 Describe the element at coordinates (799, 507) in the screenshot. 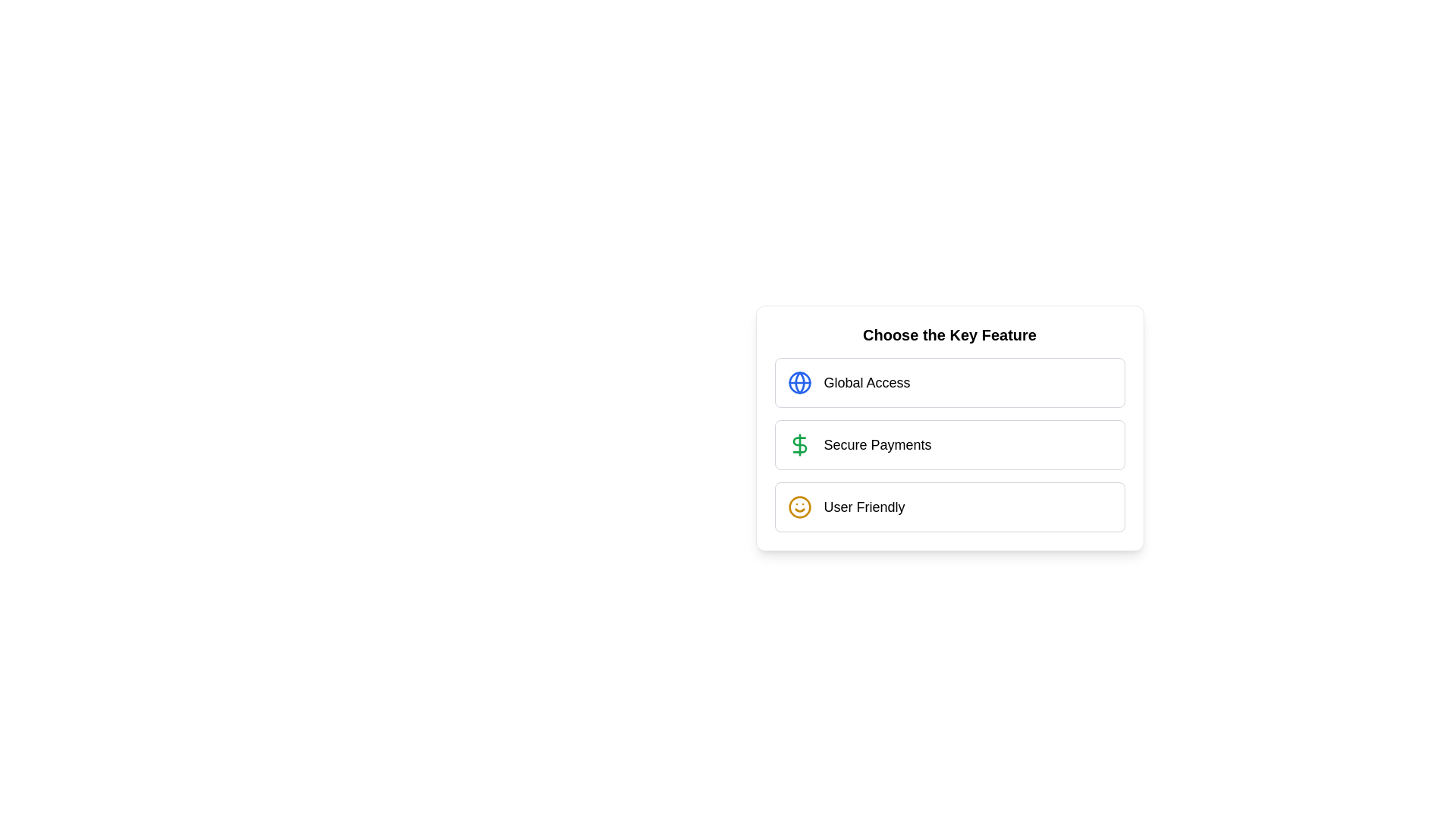

I see `the 'User Friendly' feature icon located to the left of the text 'User Friendly' in the vertical list under 'Choose the Key Feature.'` at that location.